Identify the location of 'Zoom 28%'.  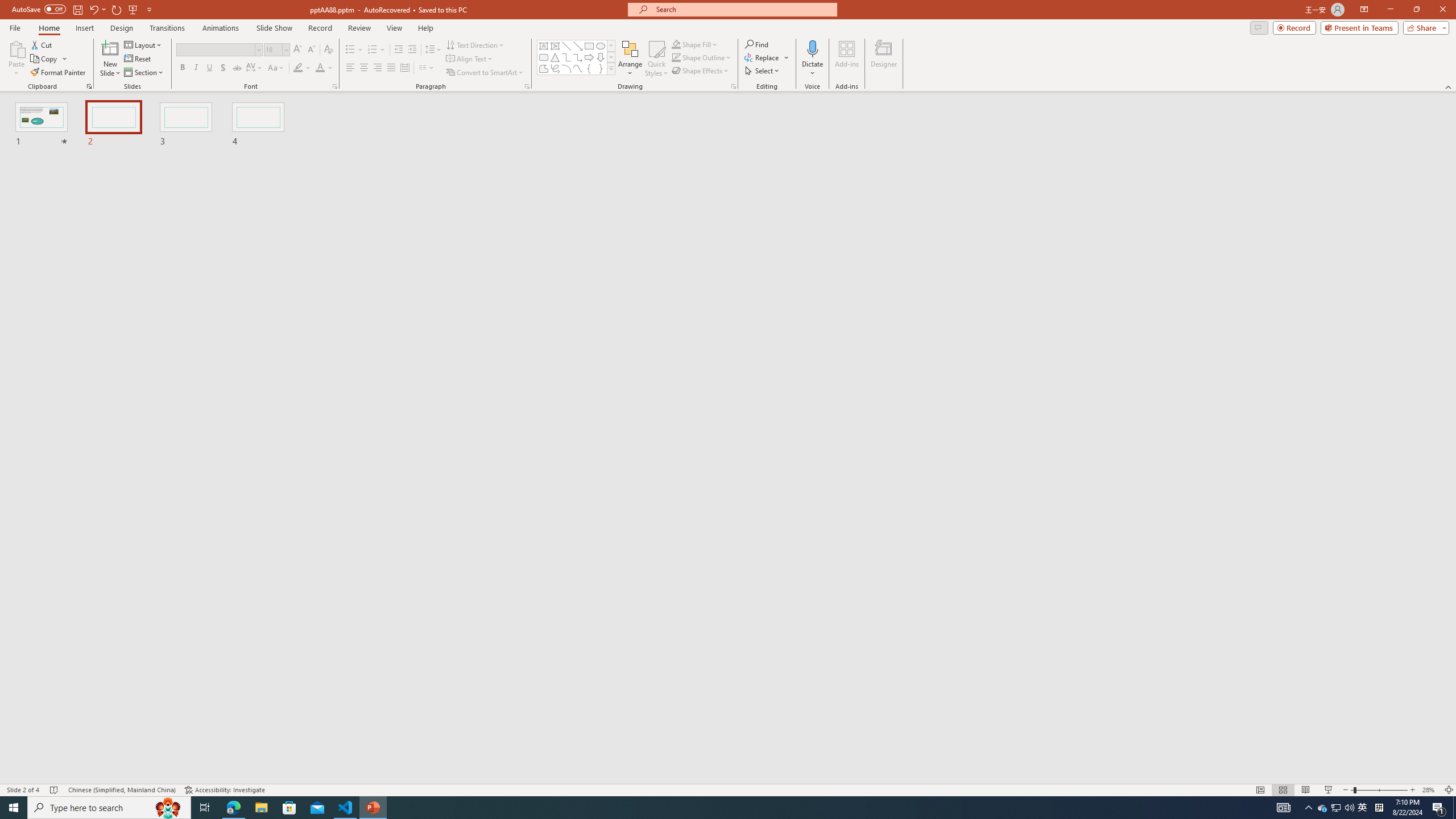
(1430, 790).